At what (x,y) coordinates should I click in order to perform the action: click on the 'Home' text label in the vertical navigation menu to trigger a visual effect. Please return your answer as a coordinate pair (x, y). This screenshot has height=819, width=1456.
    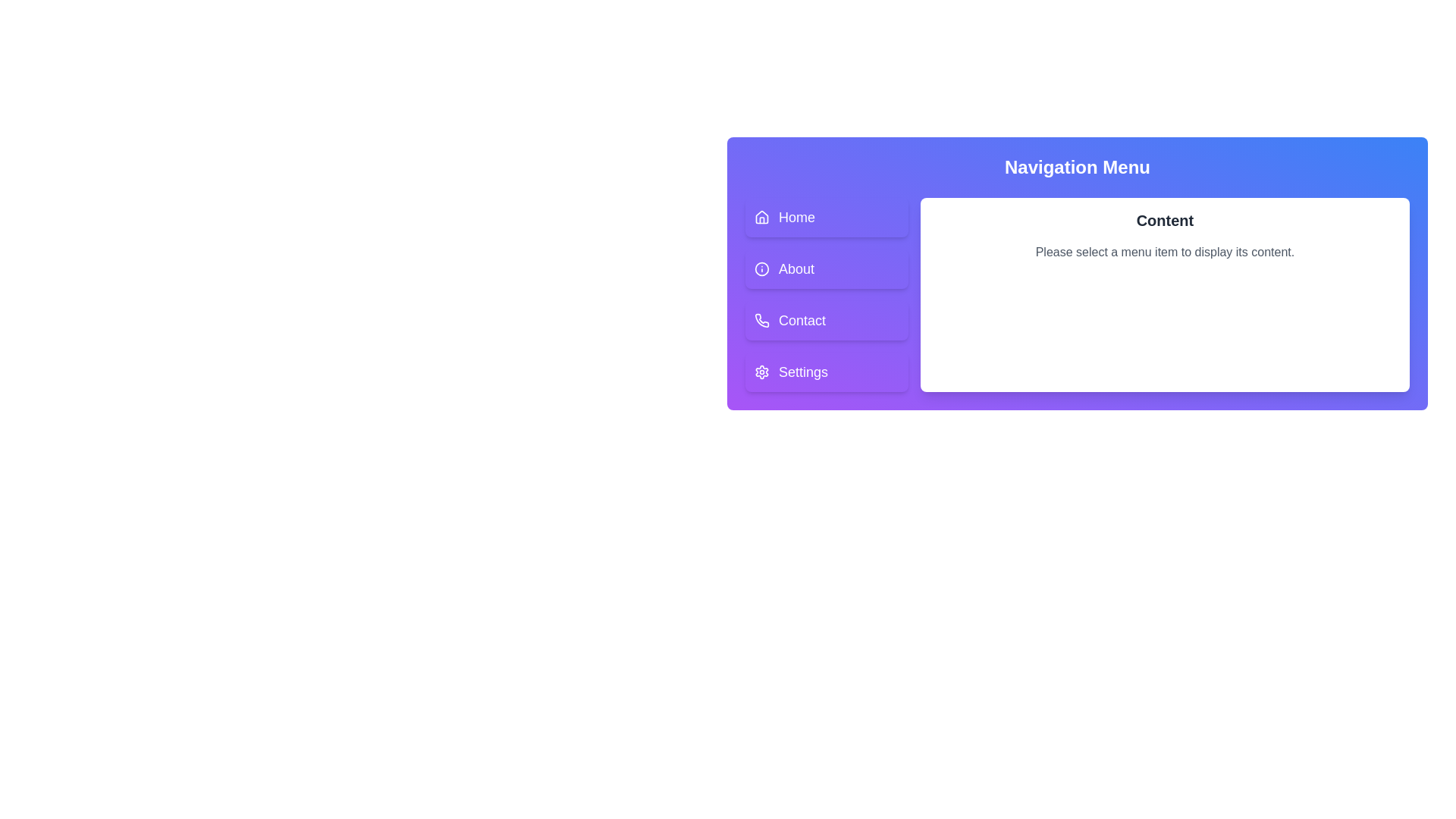
    Looking at the image, I should click on (796, 217).